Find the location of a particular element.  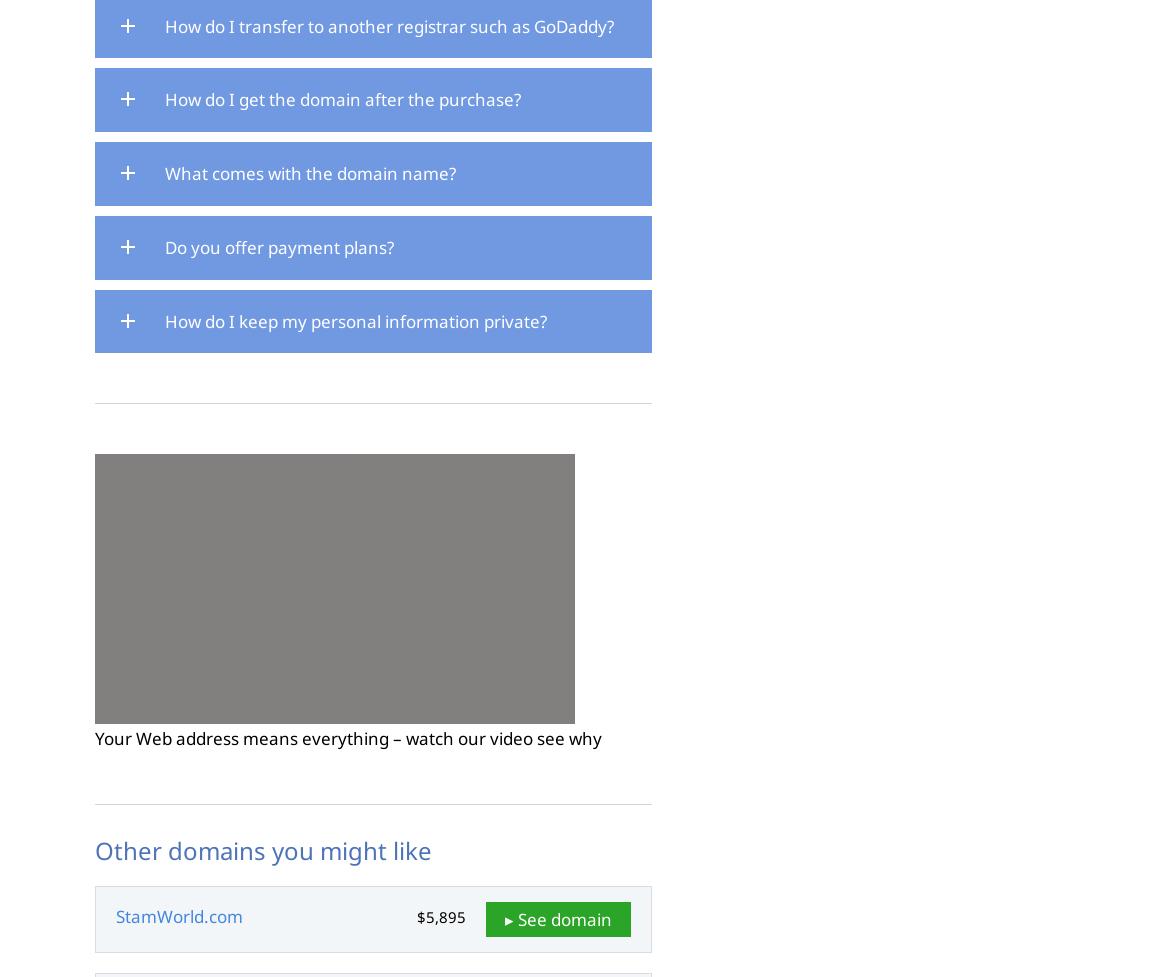

'How do I keep my personal information private?' is located at coordinates (356, 319).